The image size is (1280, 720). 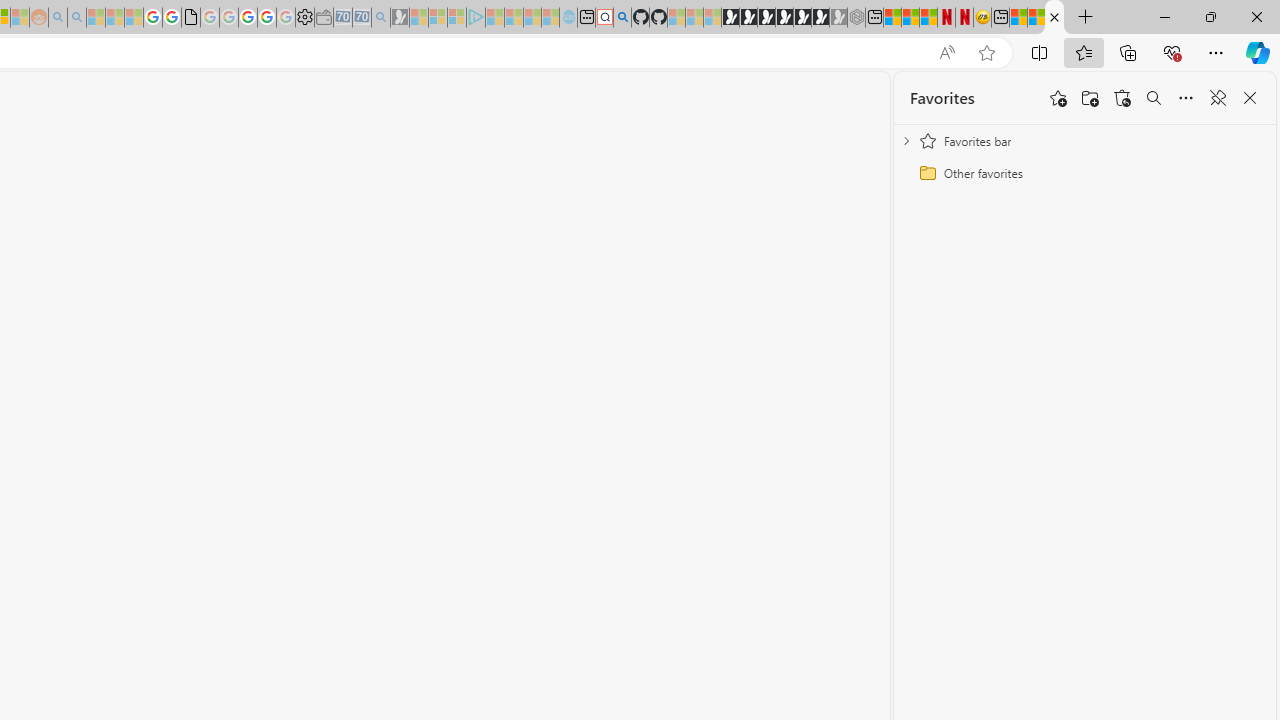 What do you see at coordinates (381, 17) in the screenshot?
I see `'Bing Real Estate - Home sales and rental listings - Sleeping'` at bounding box center [381, 17].